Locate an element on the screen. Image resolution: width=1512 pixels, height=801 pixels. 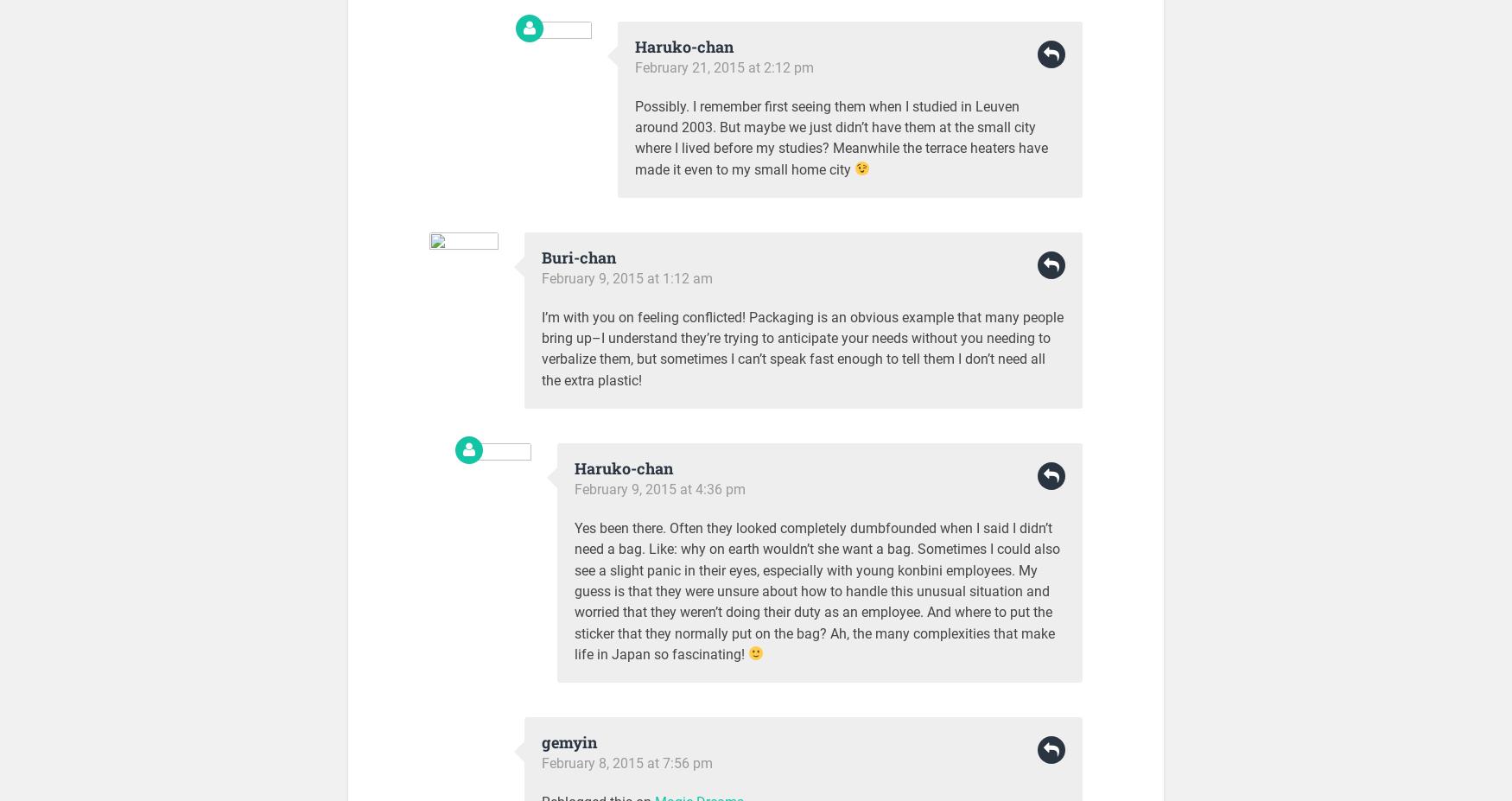
'Possibly. I remember first seeing them when I studied in Leuven around 2003. But maybe we just didn’t have them at the small city where I lived before my studies? Meanwhile the terrace heaters have made it even to my small home city' is located at coordinates (842, 137).